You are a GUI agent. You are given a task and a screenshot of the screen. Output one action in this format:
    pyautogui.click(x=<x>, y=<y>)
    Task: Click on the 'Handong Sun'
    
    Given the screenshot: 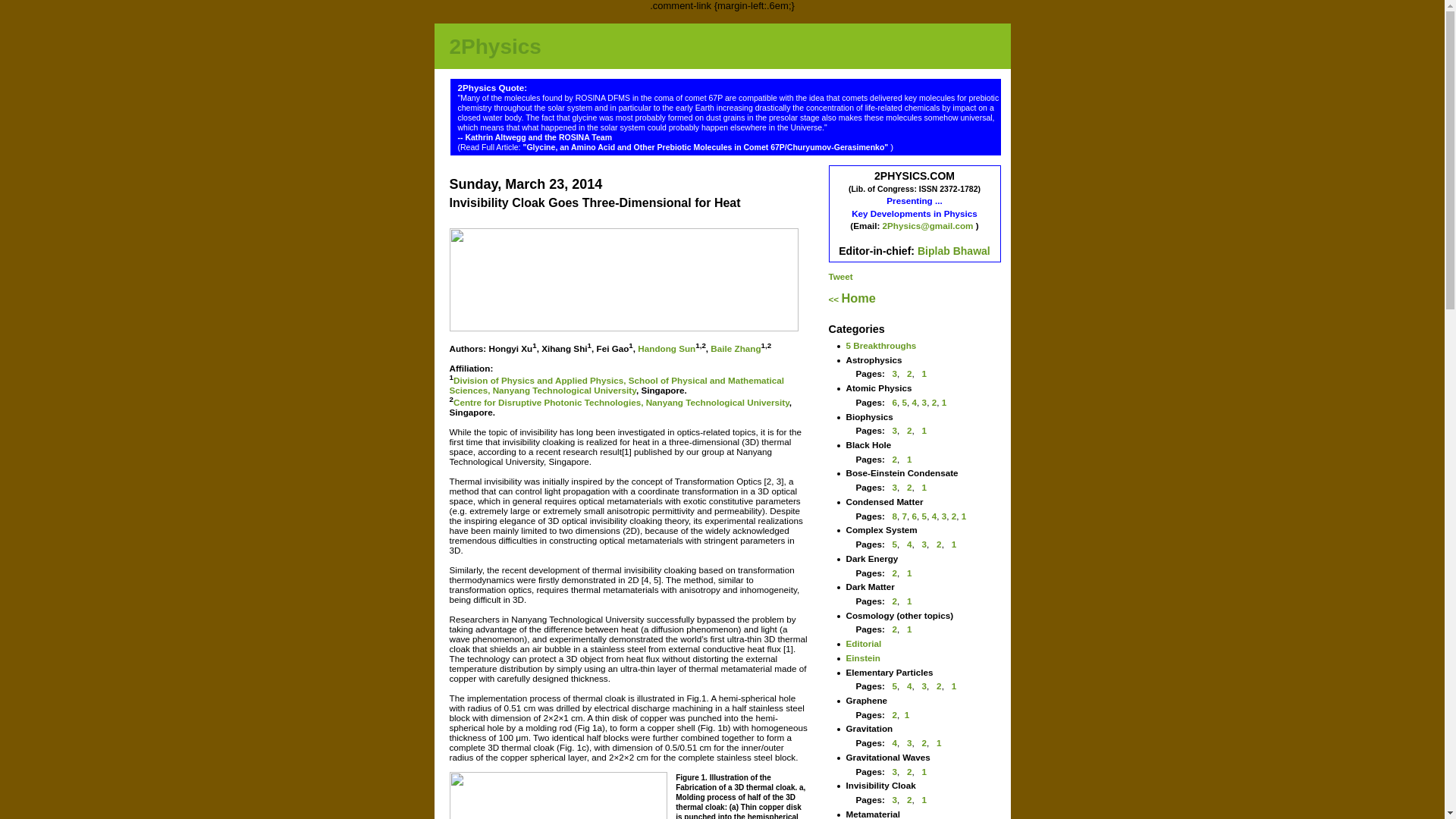 What is the action you would take?
    pyautogui.click(x=666, y=348)
    